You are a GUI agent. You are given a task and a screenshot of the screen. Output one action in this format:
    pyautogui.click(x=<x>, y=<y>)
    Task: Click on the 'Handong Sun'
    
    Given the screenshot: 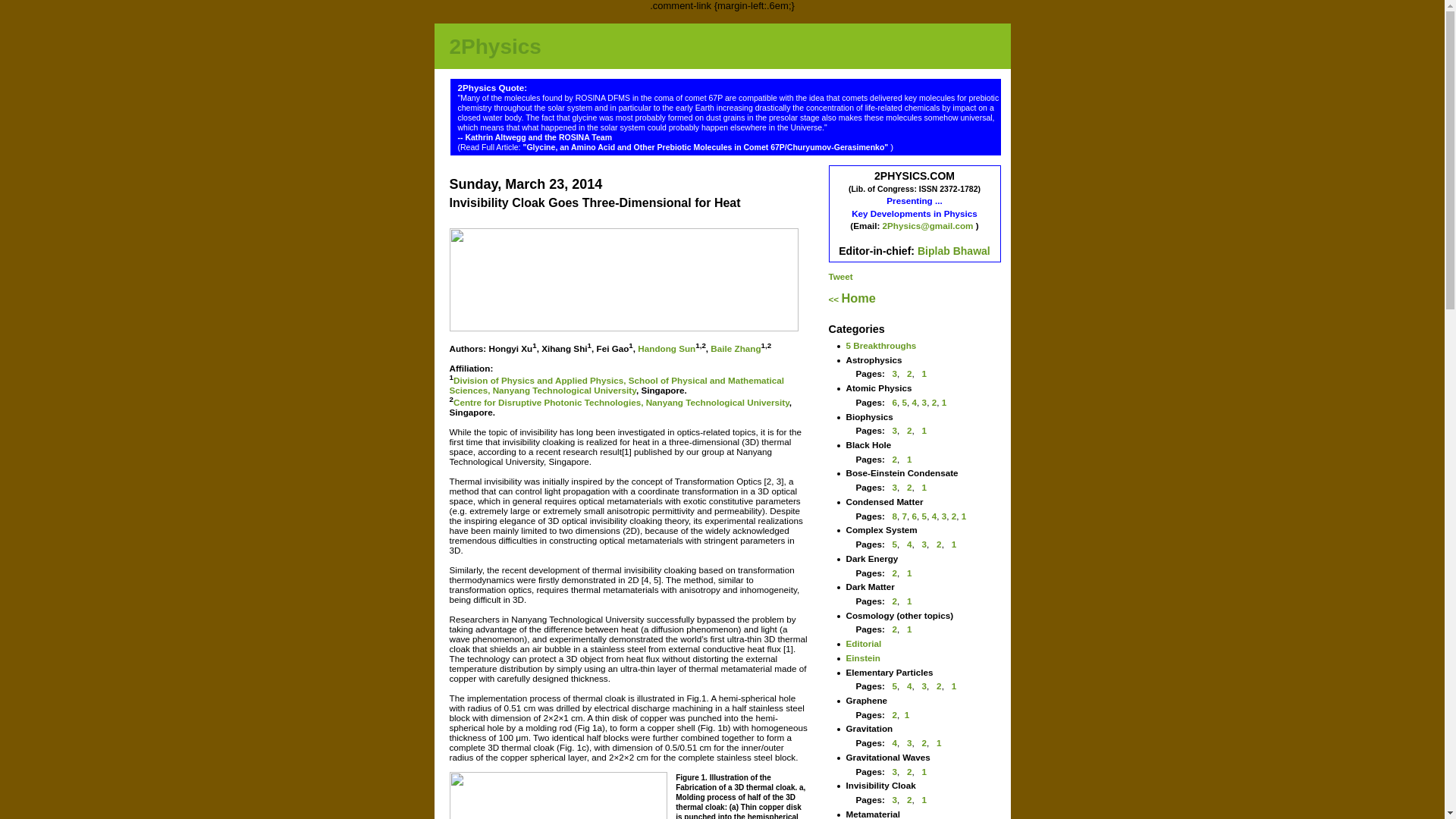 What is the action you would take?
    pyautogui.click(x=666, y=348)
    